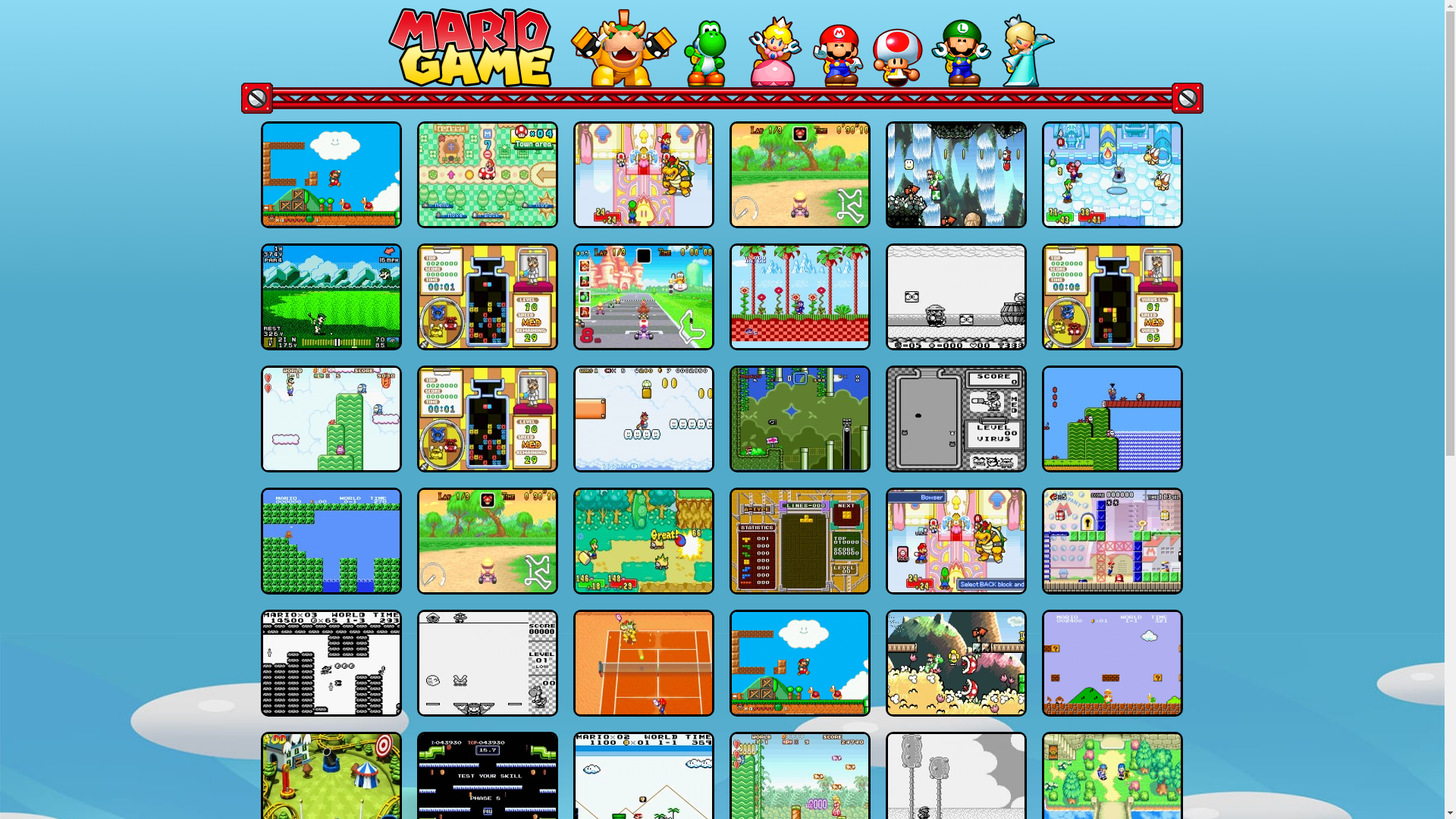  What do you see at coordinates (330, 417) in the screenshot?
I see `'Super Mario Advance'` at bounding box center [330, 417].